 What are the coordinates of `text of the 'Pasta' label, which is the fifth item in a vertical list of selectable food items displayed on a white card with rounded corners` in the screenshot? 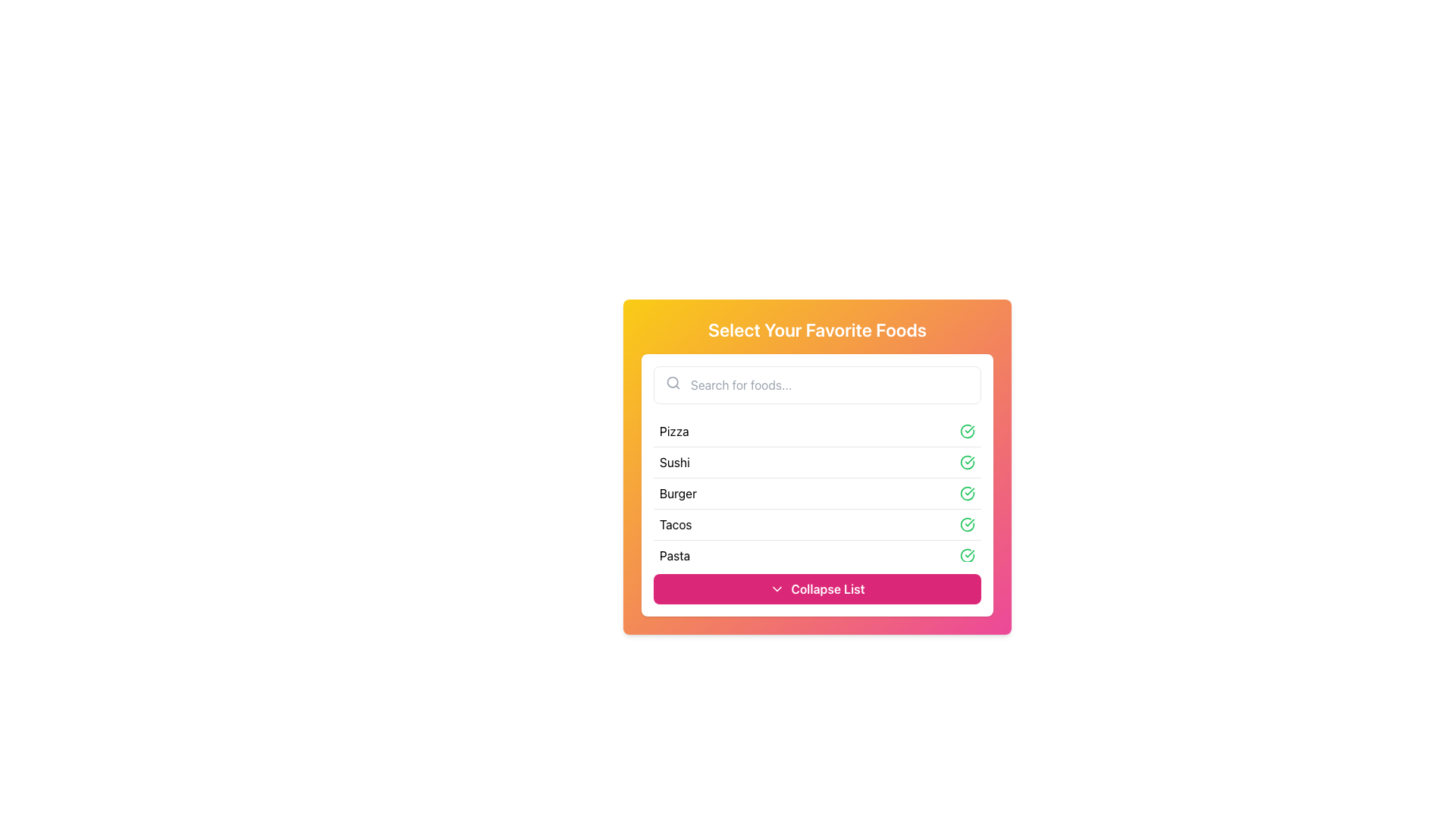 It's located at (674, 555).